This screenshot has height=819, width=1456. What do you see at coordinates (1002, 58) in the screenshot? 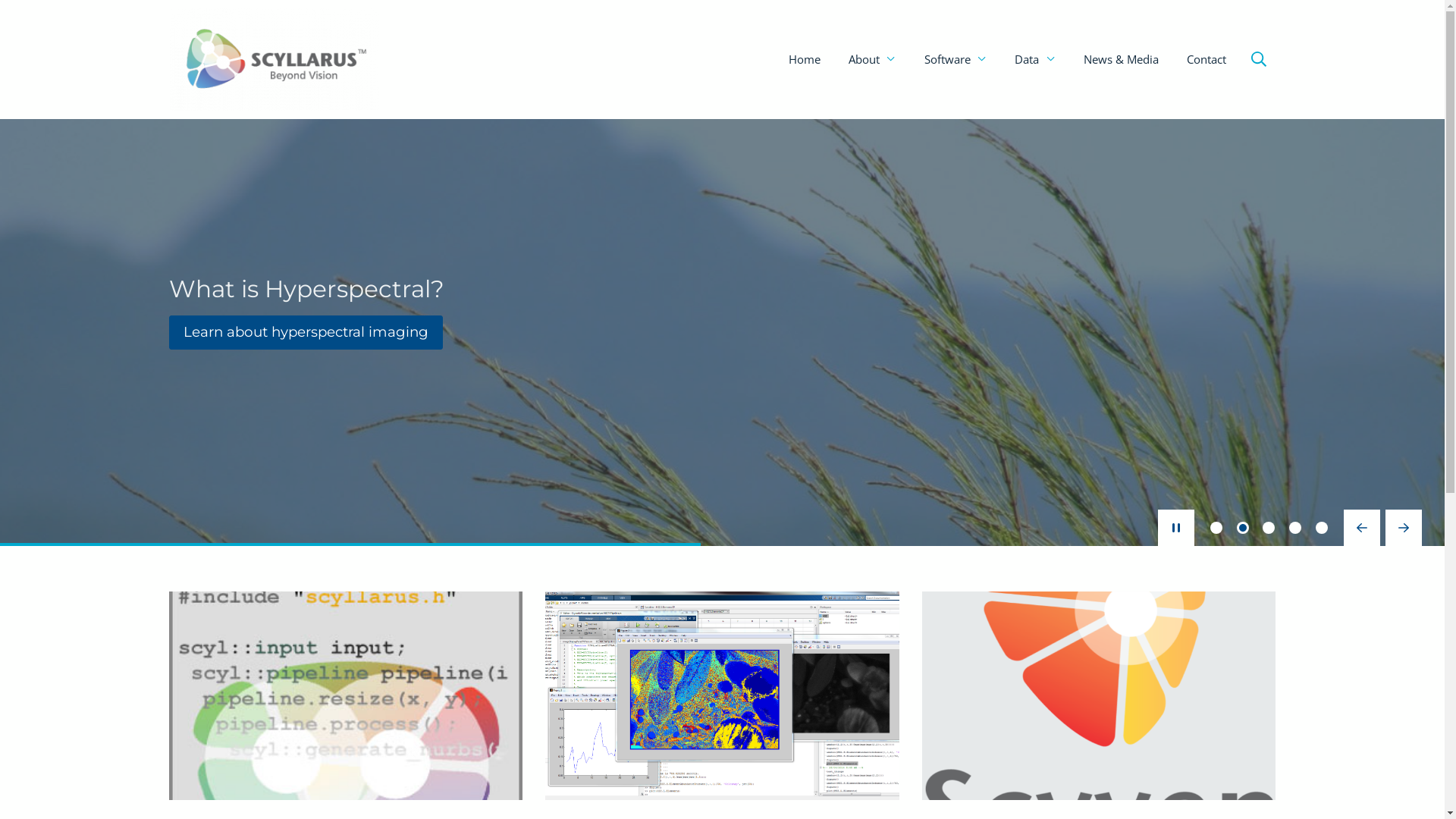
I see `'Data'` at bounding box center [1002, 58].